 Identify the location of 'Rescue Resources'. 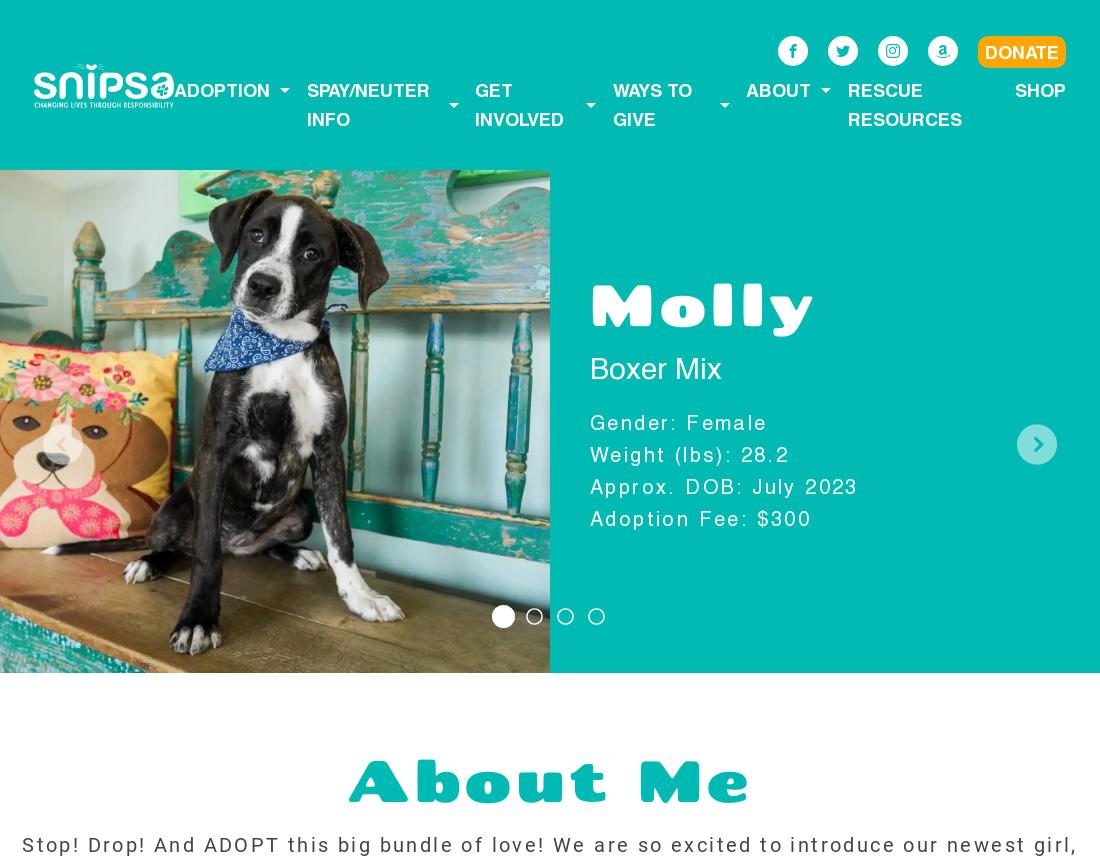
(846, 103).